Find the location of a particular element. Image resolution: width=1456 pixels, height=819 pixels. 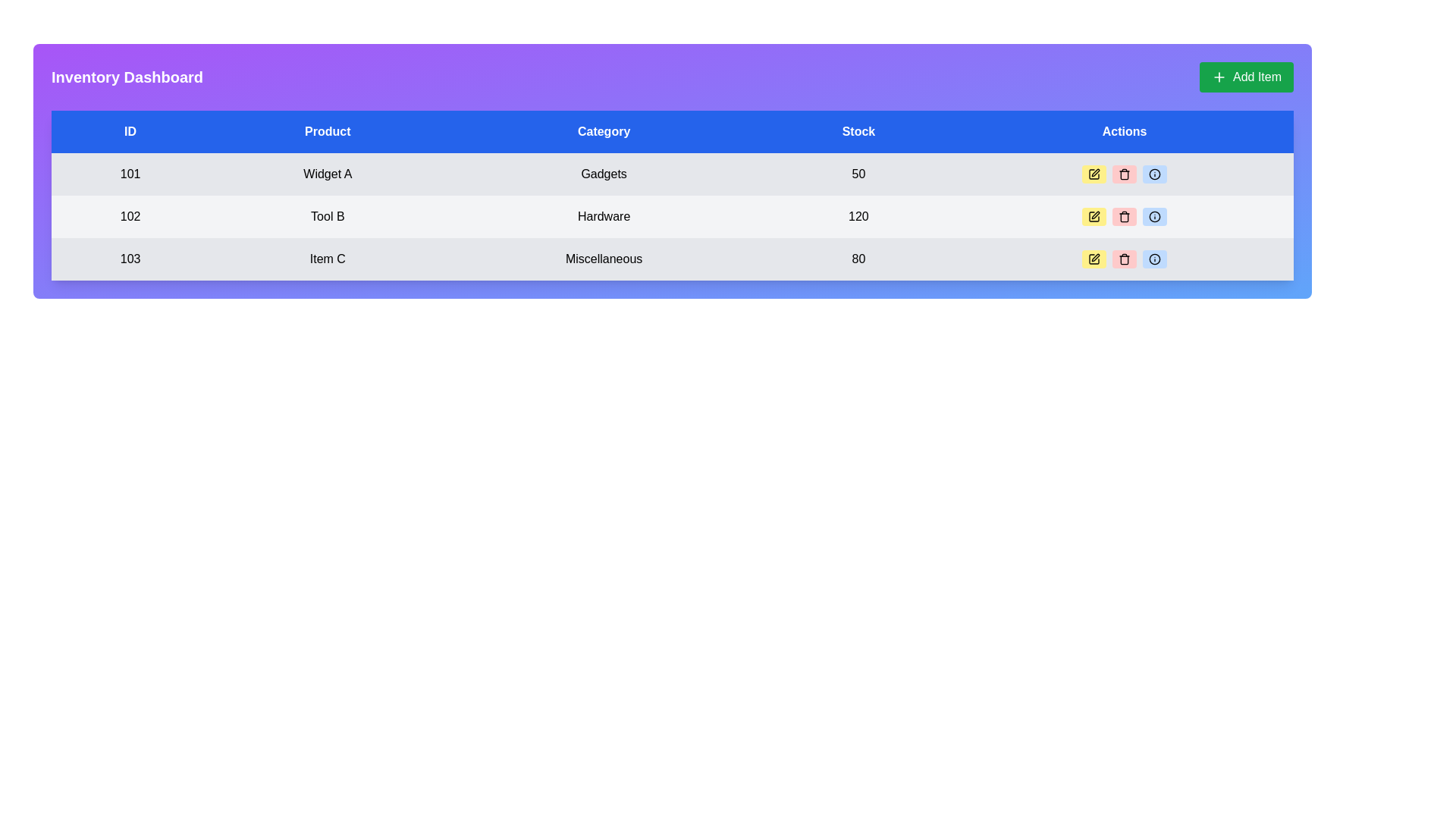

the light blue circular part of the information icon located on the rightmost side of the 'Actions' column in the last row of the table is located at coordinates (1153, 174).